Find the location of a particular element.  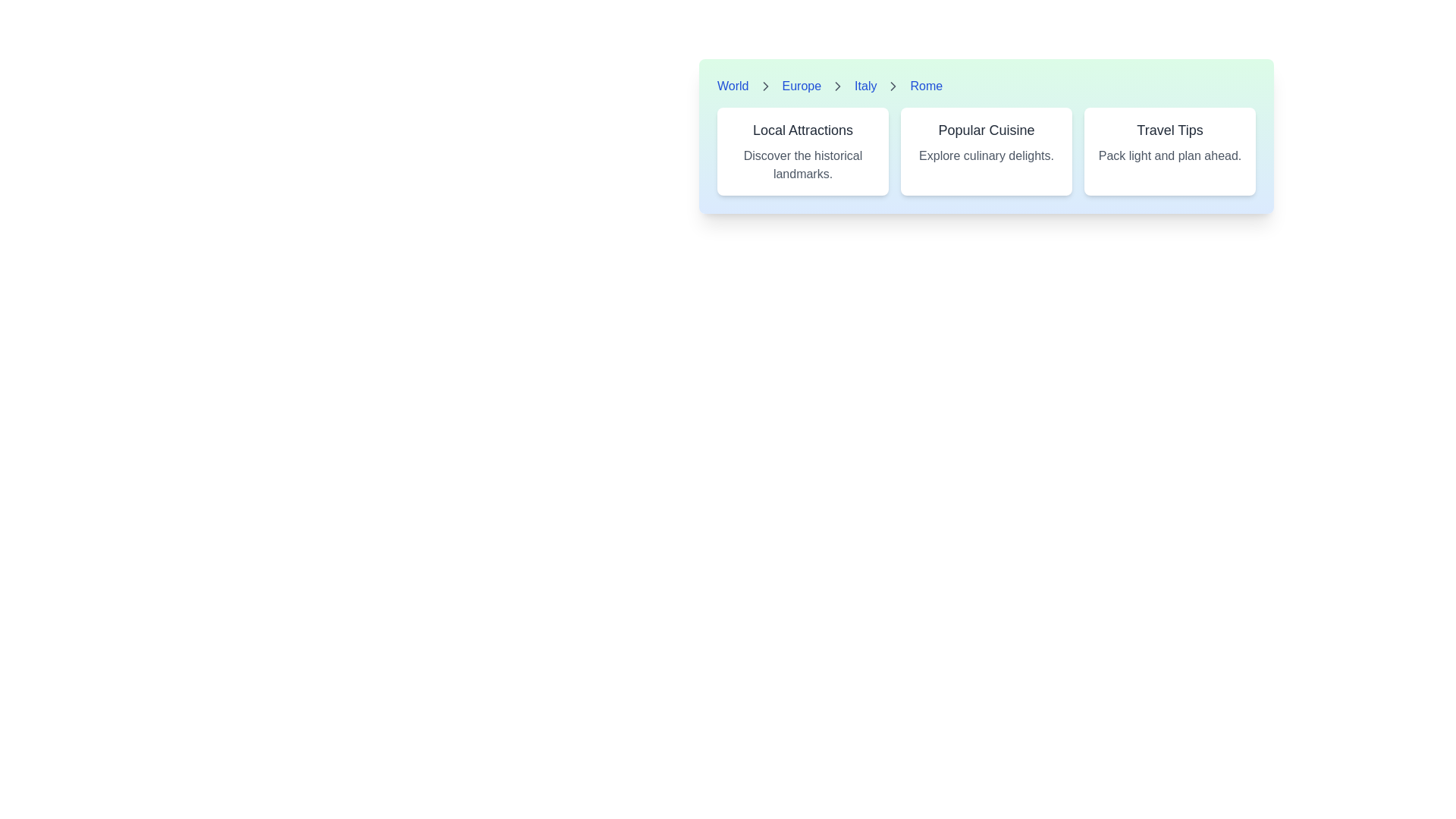

the header text element located in the top-center region of the interface, which introduces content related to local attractions is located at coordinates (802, 130).